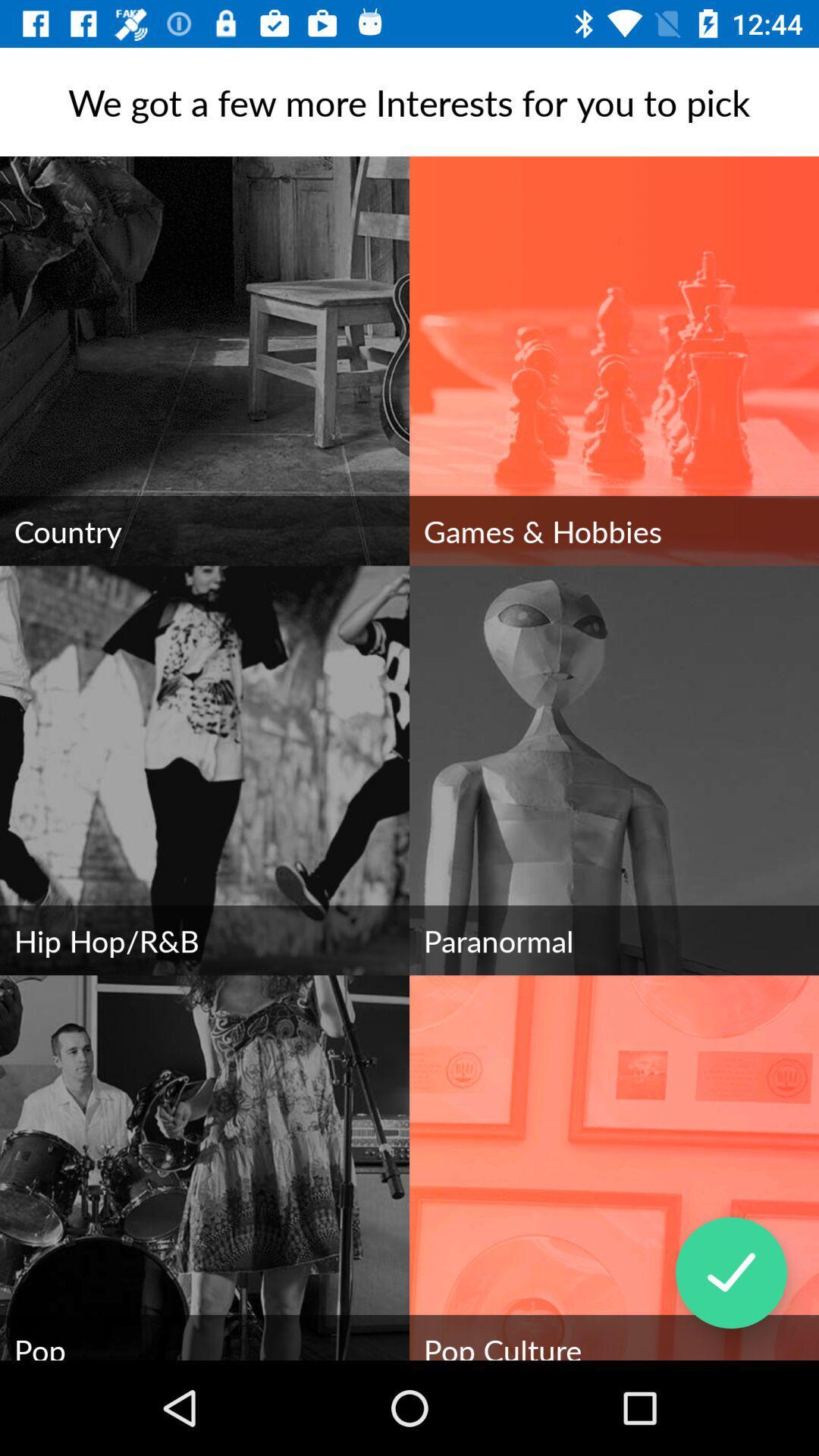 This screenshot has height=1456, width=819. What do you see at coordinates (730, 1272) in the screenshot?
I see `the item above the pop culture item` at bounding box center [730, 1272].